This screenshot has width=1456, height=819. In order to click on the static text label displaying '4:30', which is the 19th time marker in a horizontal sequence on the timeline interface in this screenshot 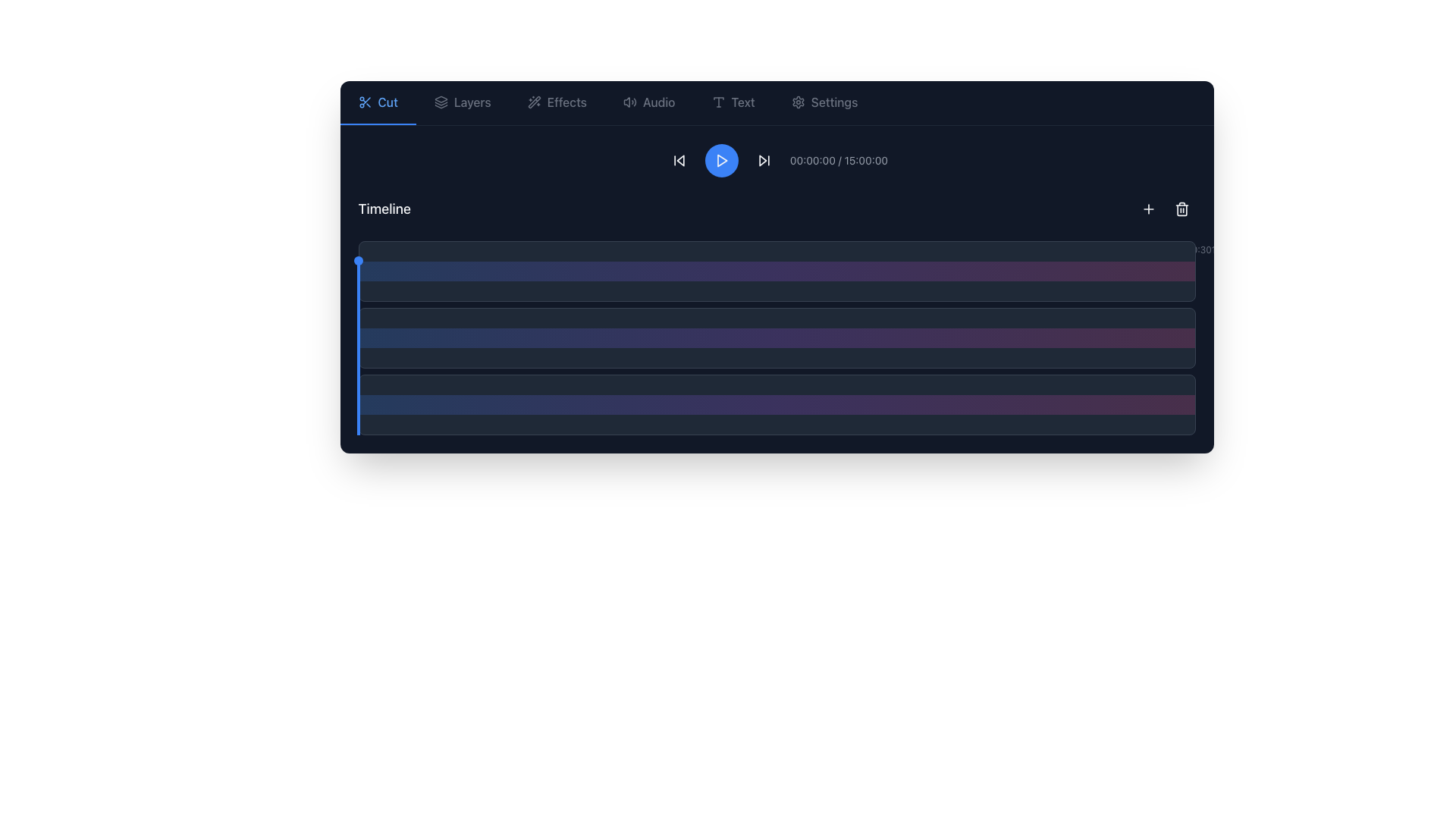, I will do `click(723, 249)`.